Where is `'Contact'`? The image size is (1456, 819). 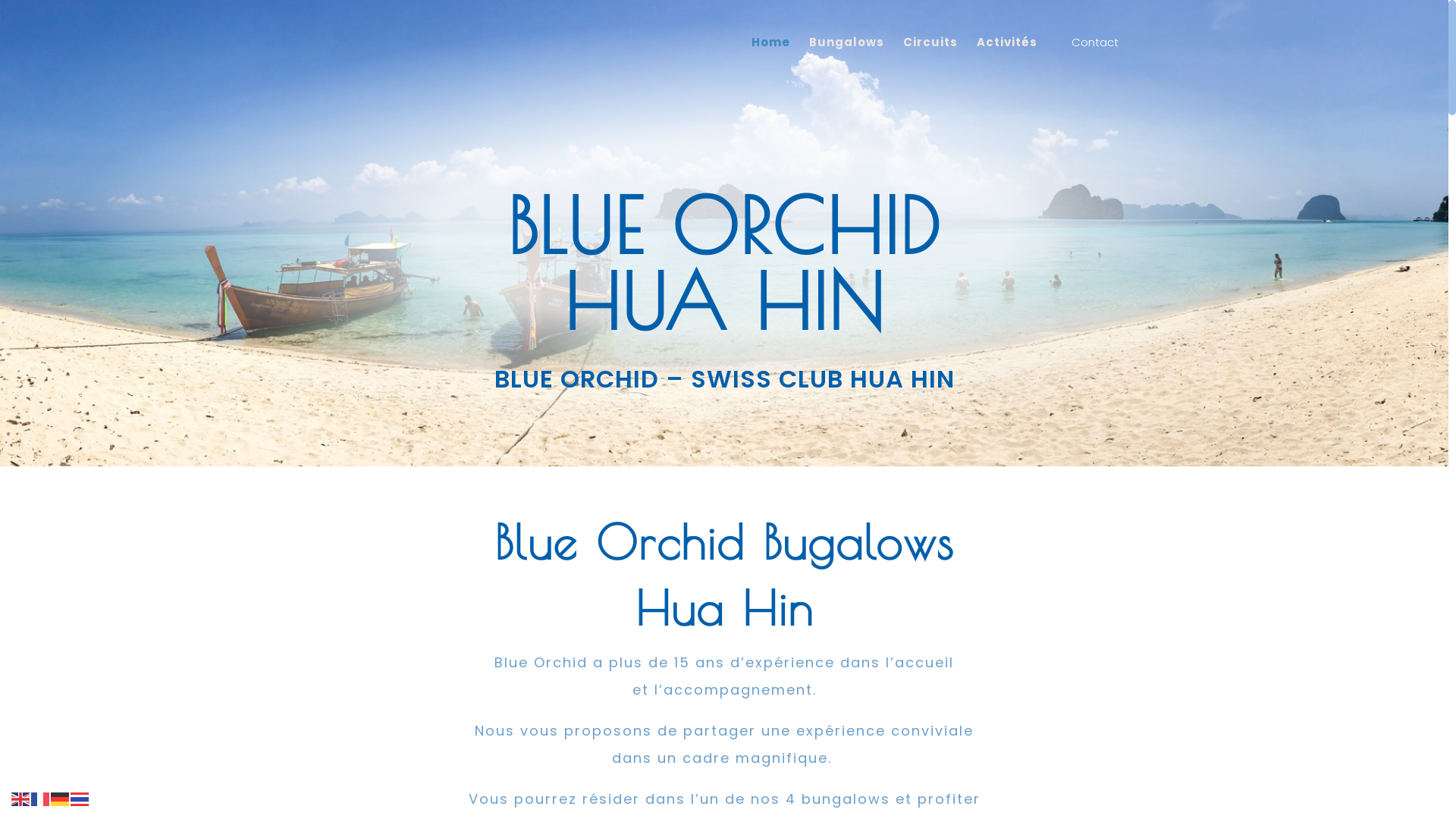
'Contact' is located at coordinates (1095, 42).